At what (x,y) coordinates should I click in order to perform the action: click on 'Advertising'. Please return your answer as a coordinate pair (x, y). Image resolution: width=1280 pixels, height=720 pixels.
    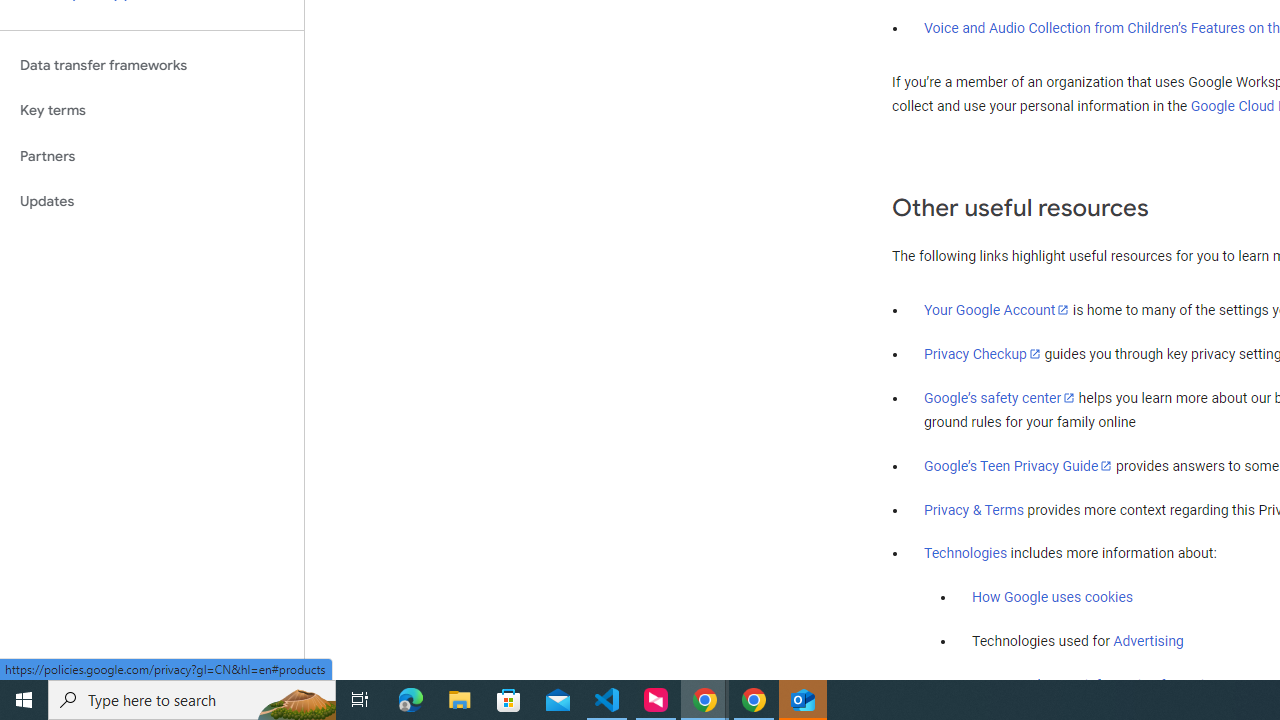
    Looking at the image, I should click on (1148, 641).